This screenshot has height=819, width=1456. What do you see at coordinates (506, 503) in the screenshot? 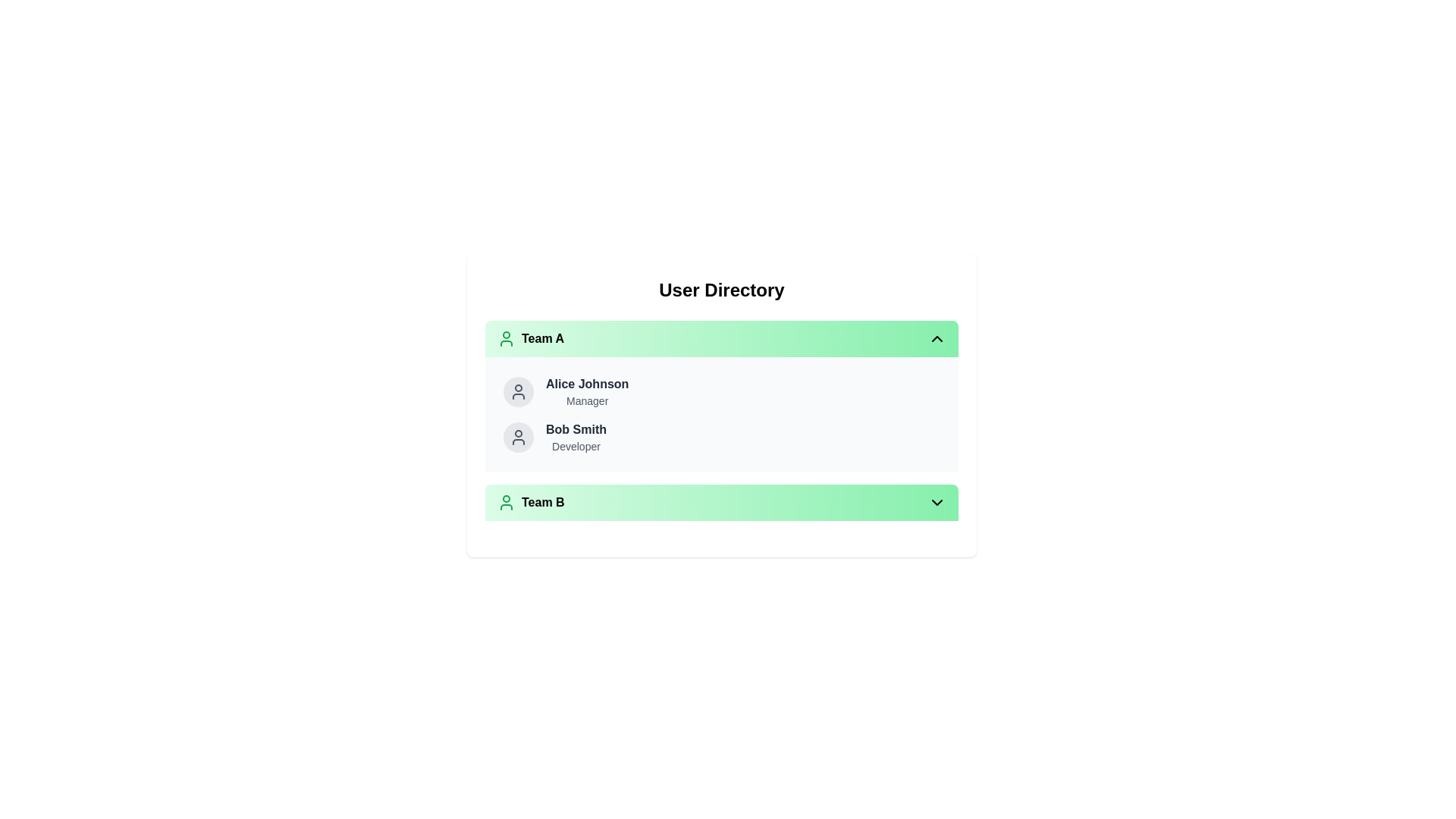
I see `the icon associated with Team B` at bounding box center [506, 503].